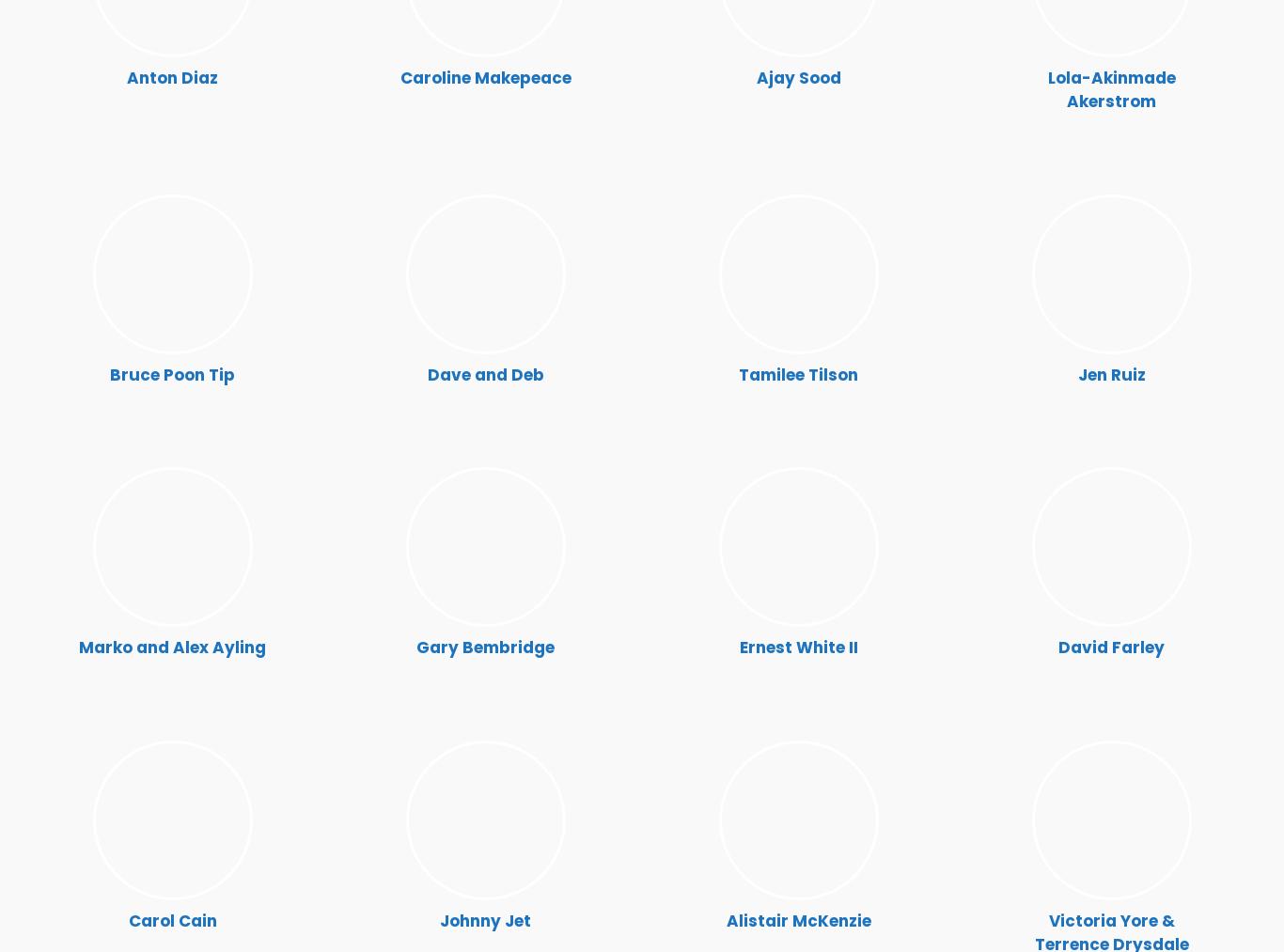 The image size is (1284, 952). What do you see at coordinates (171, 647) in the screenshot?
I see `'Marko and Alex Ayling'` at bounding box center [171, 647].